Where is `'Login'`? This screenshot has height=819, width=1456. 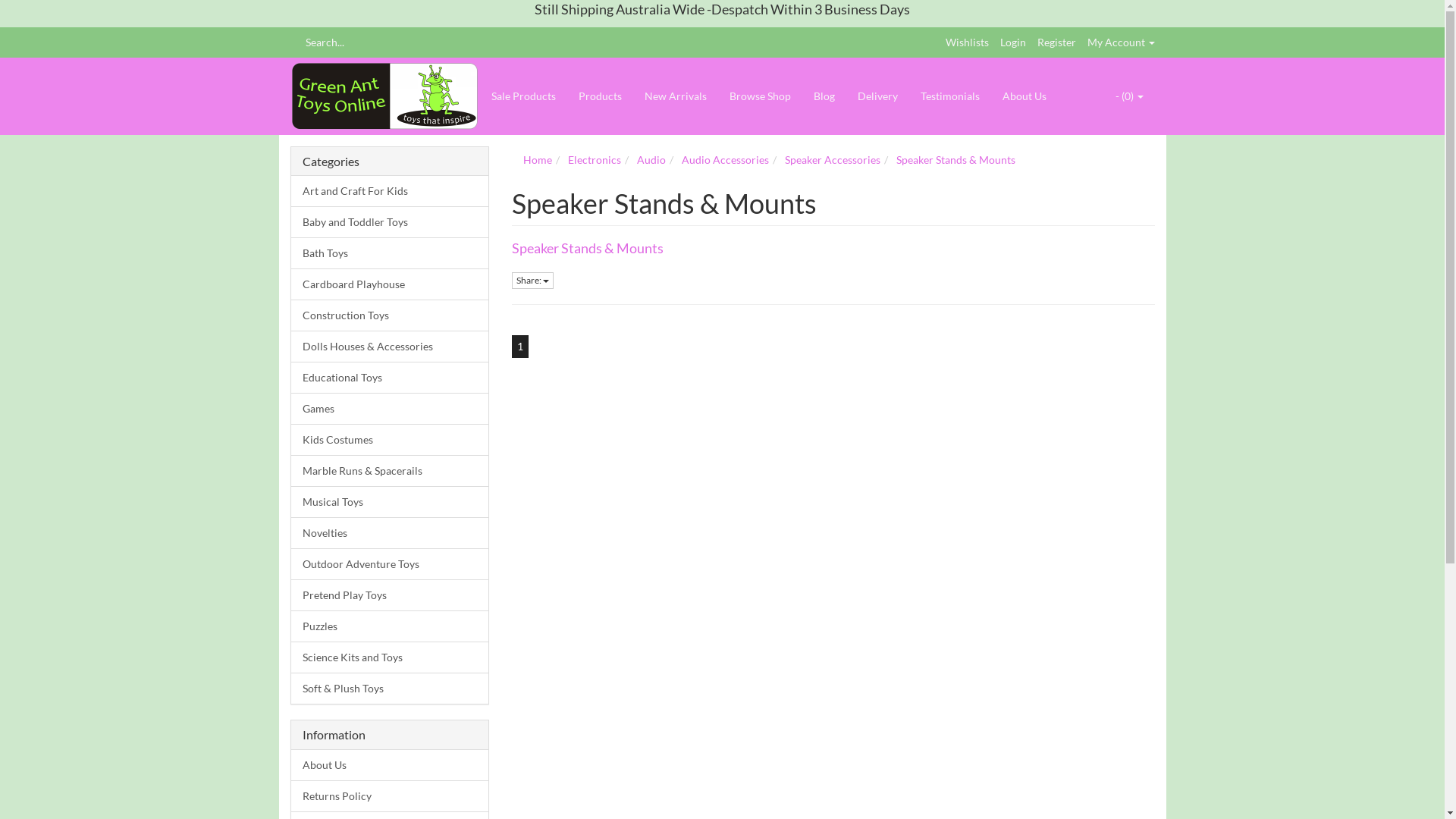
'Login' is located at coordinates (1012, 41).